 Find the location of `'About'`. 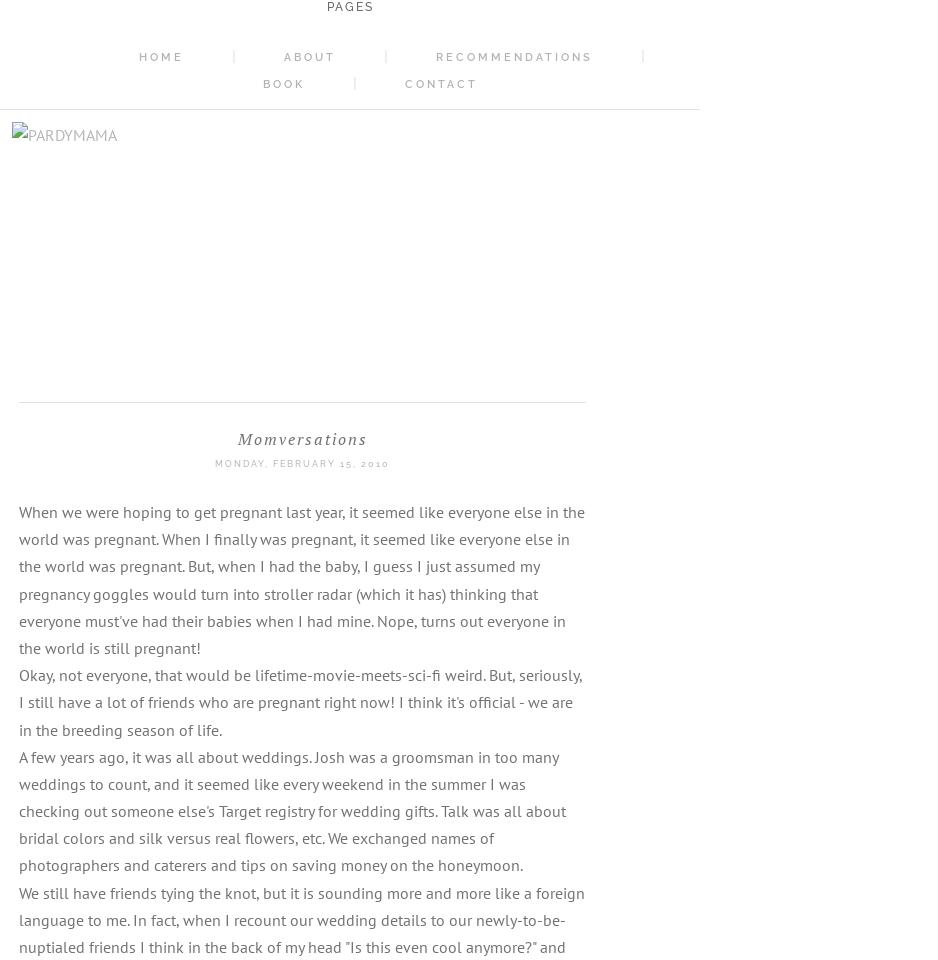

'About' is located at coordinates (284, 56).